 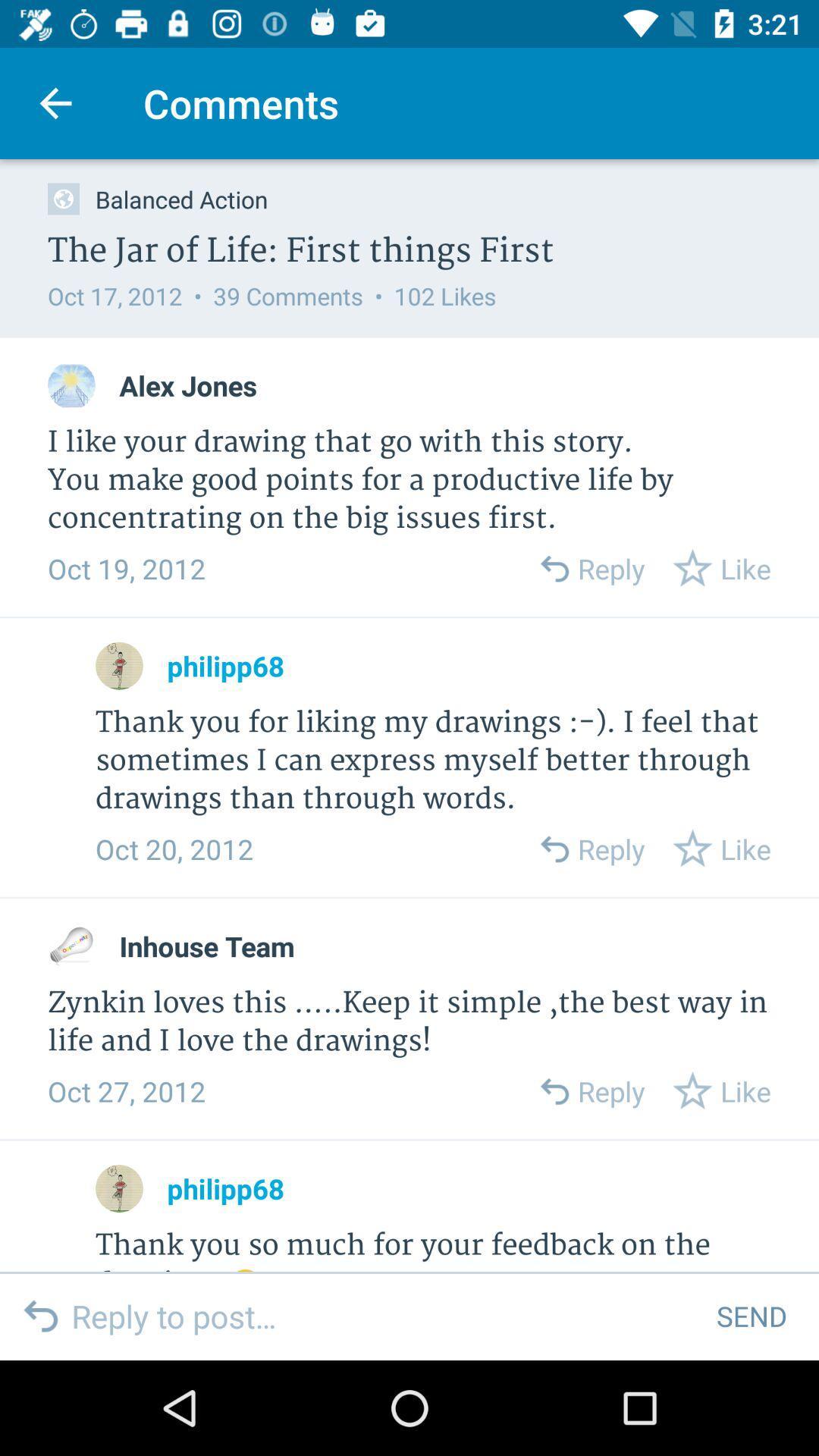 What do you see at coordinates (554, 567) in the screenshot?
I see `reply back` at bounding box center [554, 567].